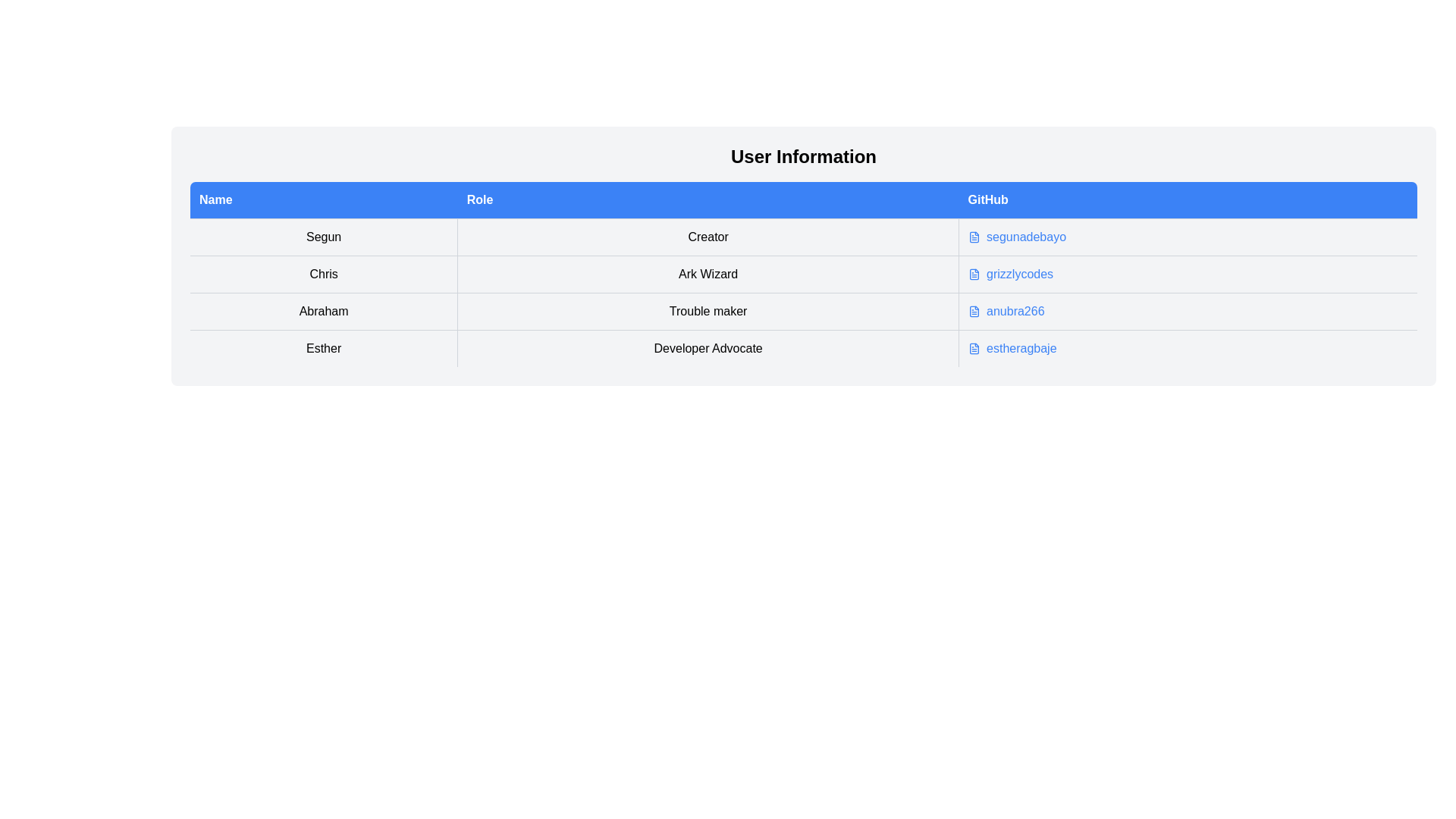  I want to click on the design of the file or document icon associated with the GitHub link for user 'estheragbaje', located in the last row of the table under the 'GitHub' column, so click(974, 348).